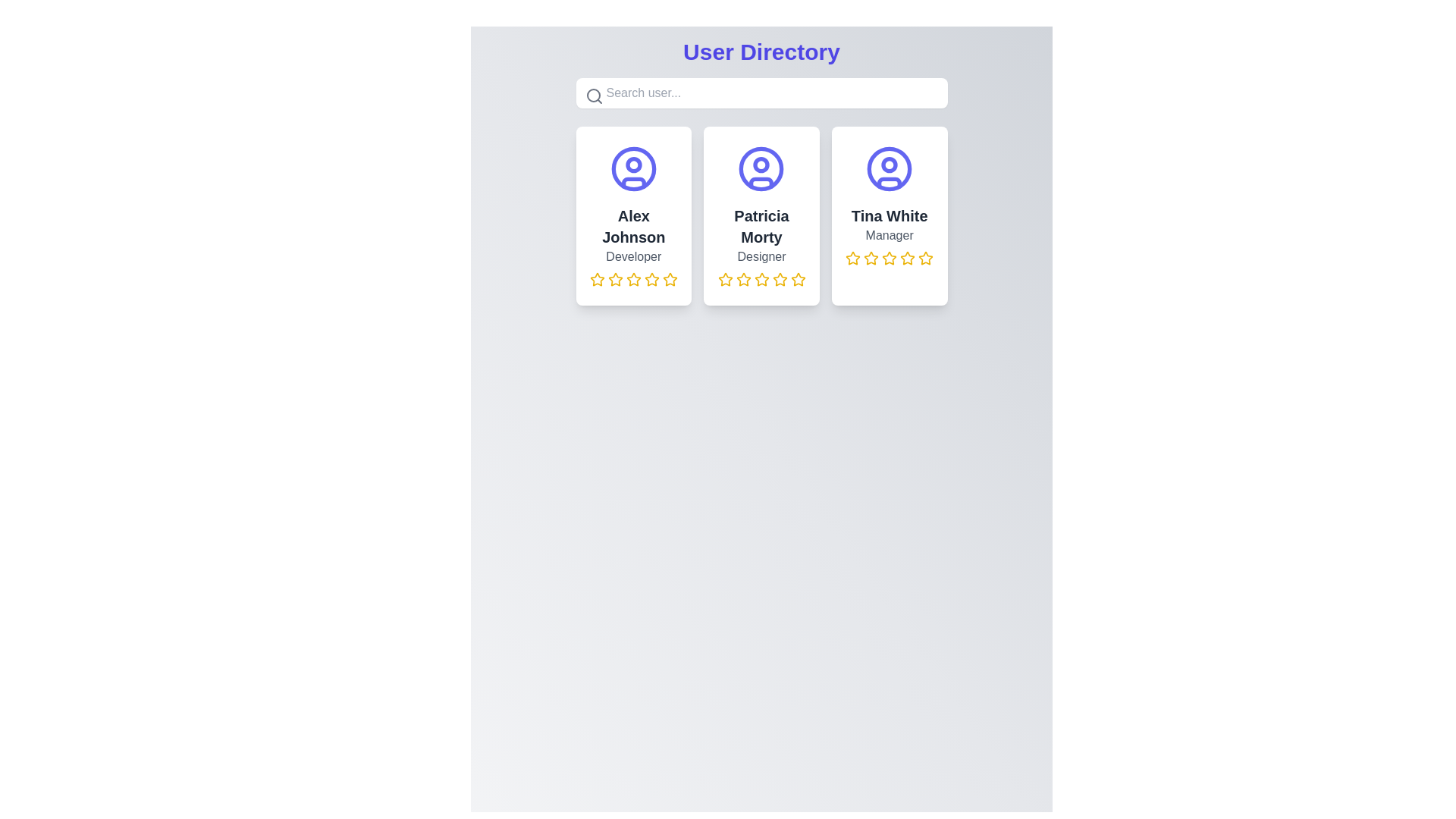 This screenshot has width=1456, height=819. Describe the element at coordinates (633, 169) in the screenshot. I see `the decorative graphic, which is the outermost circular outline of the avatar for 'Alex Johnson' in the top row of the user directory grid` at that location.